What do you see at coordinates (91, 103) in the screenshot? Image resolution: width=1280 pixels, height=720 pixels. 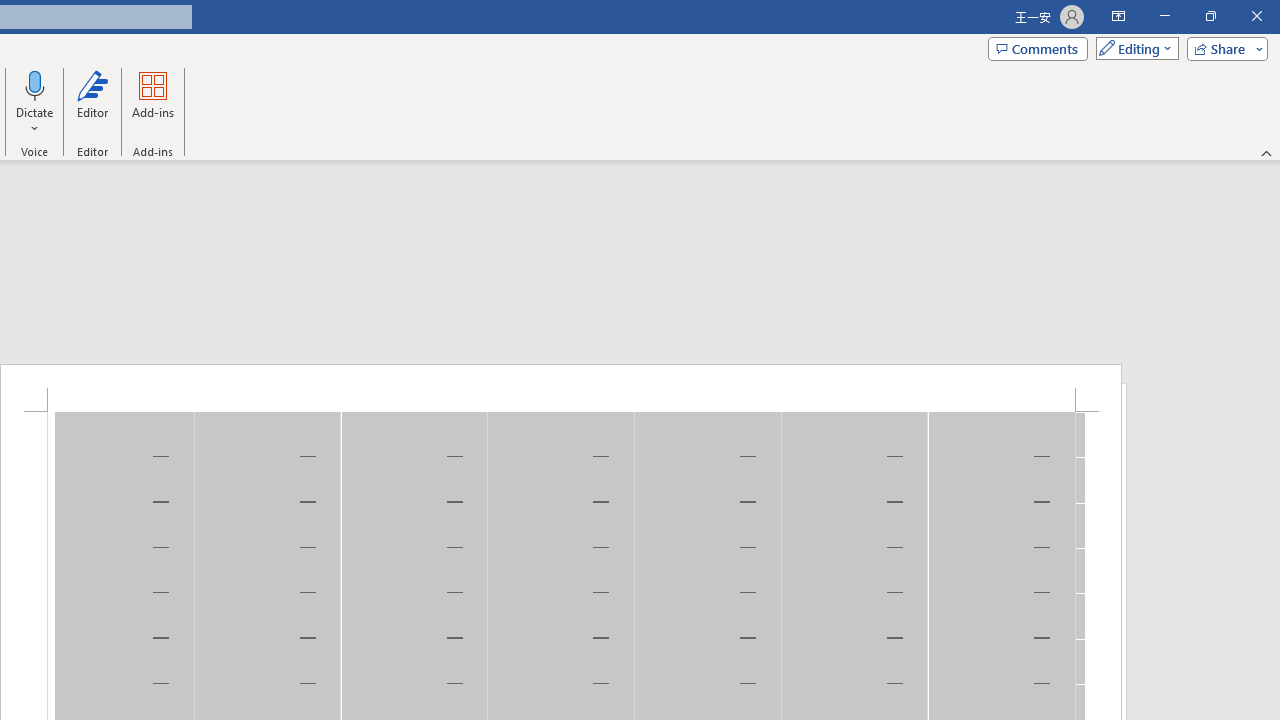 I see `'Editor'` at bounding box center [91, 103].